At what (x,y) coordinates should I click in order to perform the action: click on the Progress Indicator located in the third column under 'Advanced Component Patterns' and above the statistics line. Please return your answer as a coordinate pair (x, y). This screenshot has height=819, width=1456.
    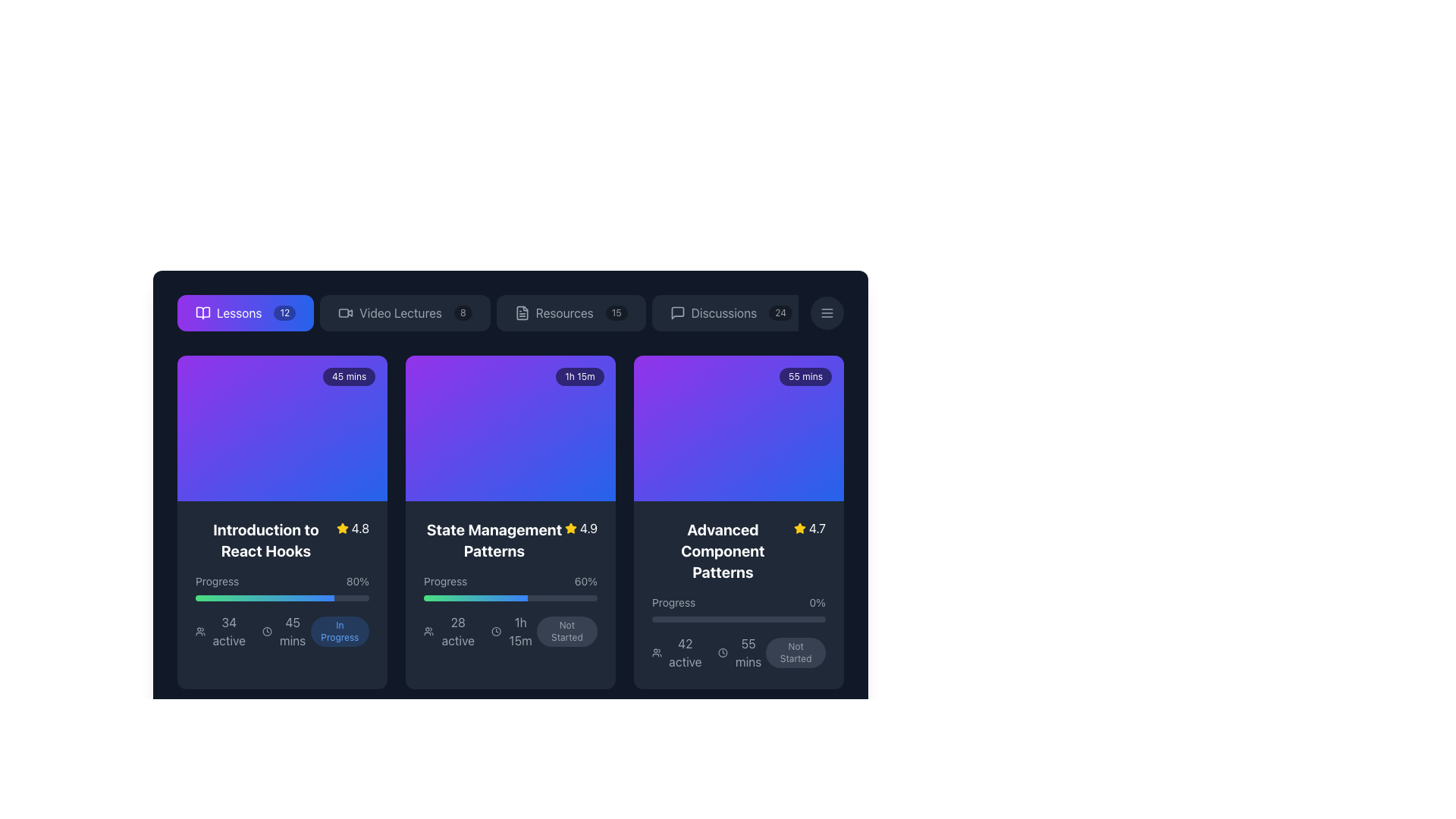
    Looking at the image, I should click on (739, 607).